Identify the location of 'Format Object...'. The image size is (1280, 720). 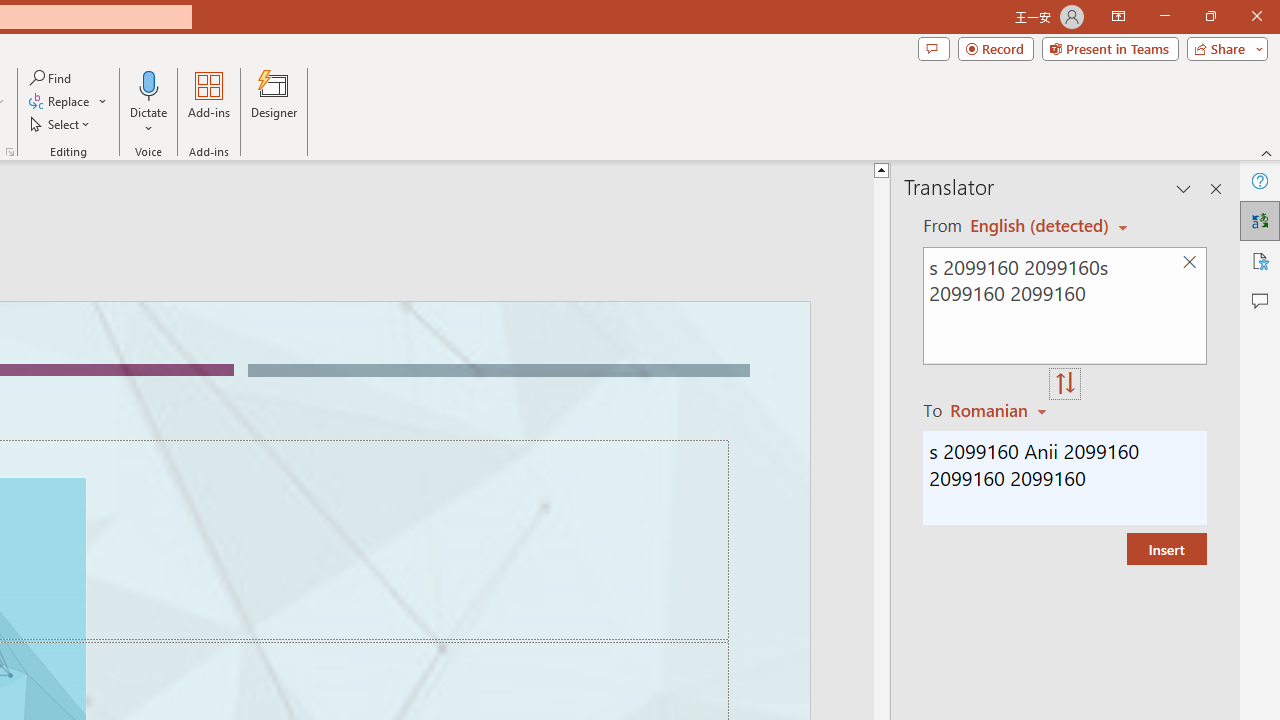
(10, 150).